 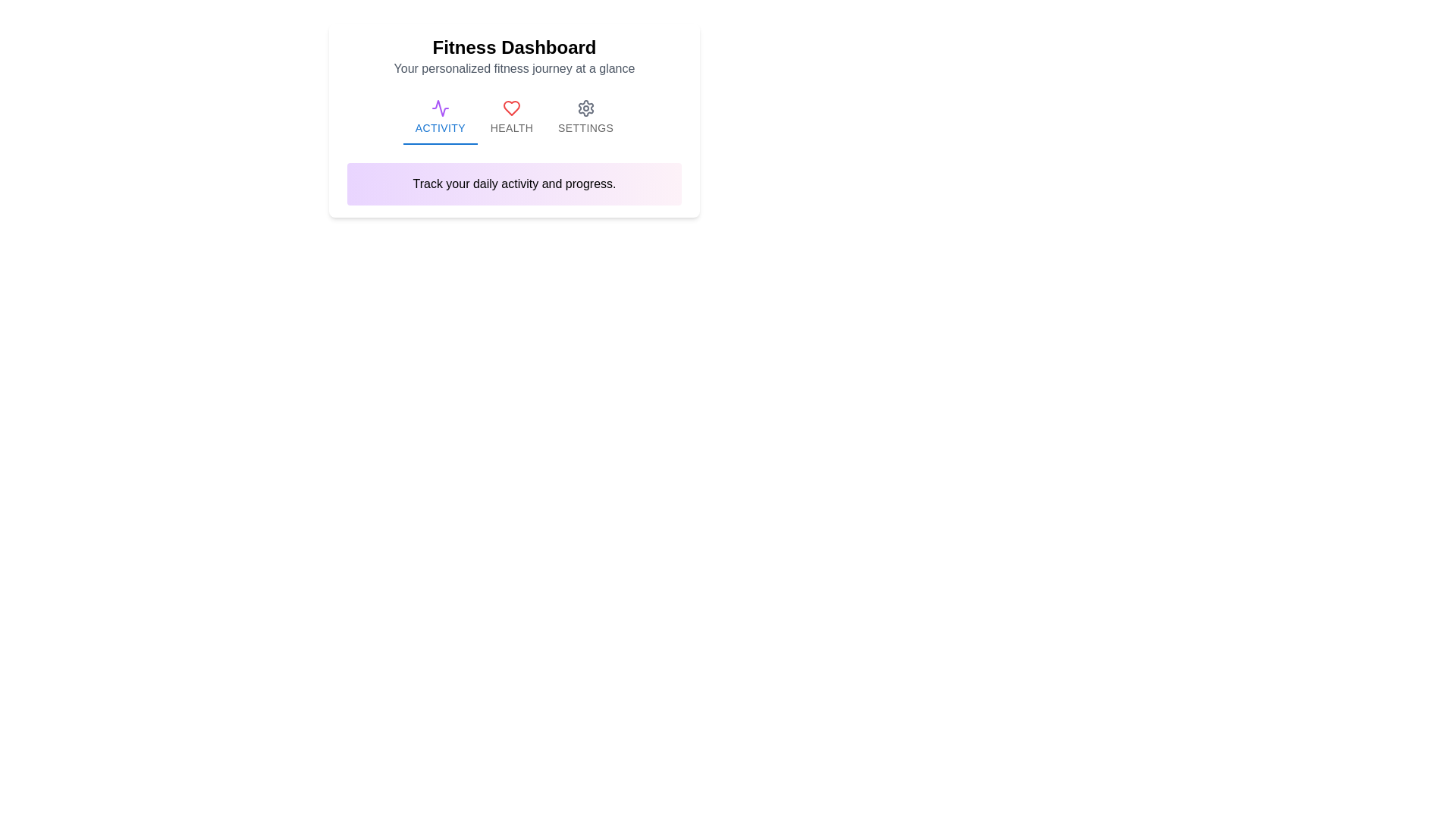 I want to click on the Tab button labeled 'Settings', so click(x=585, y=116).